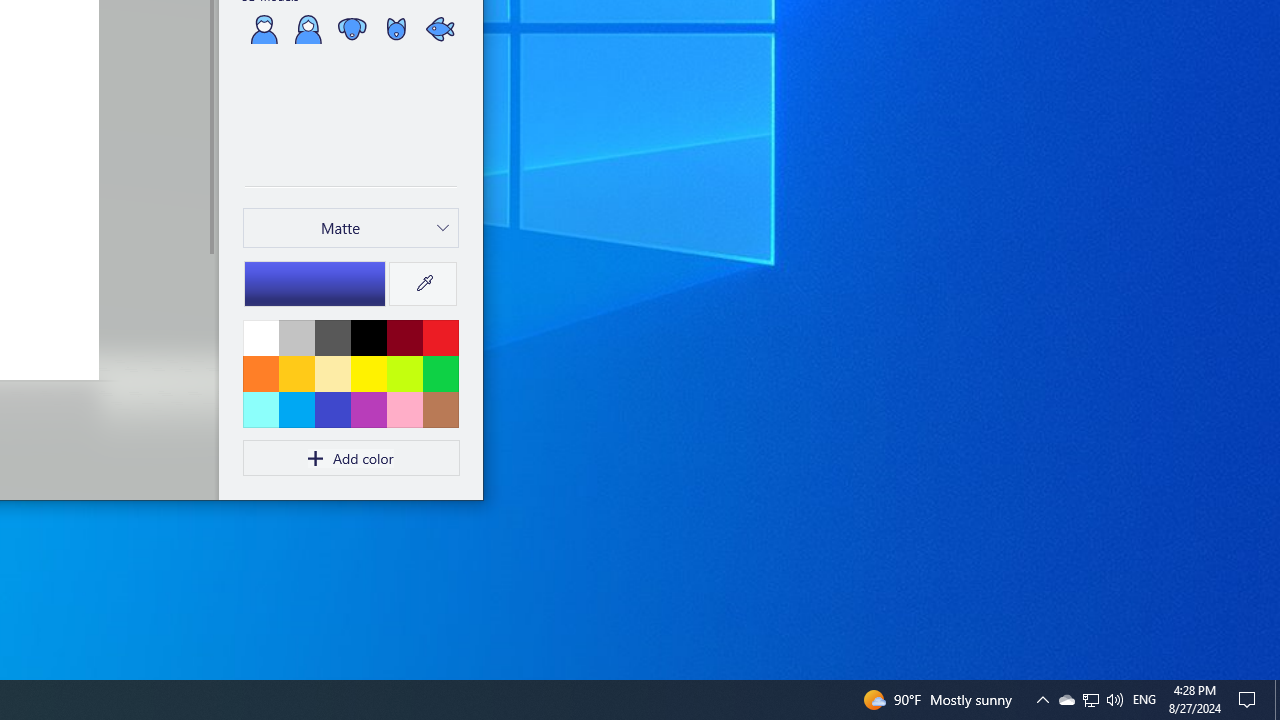  Describe the element at coordinates (439, 336) in the screenshot. I see `'Red'` at that location.